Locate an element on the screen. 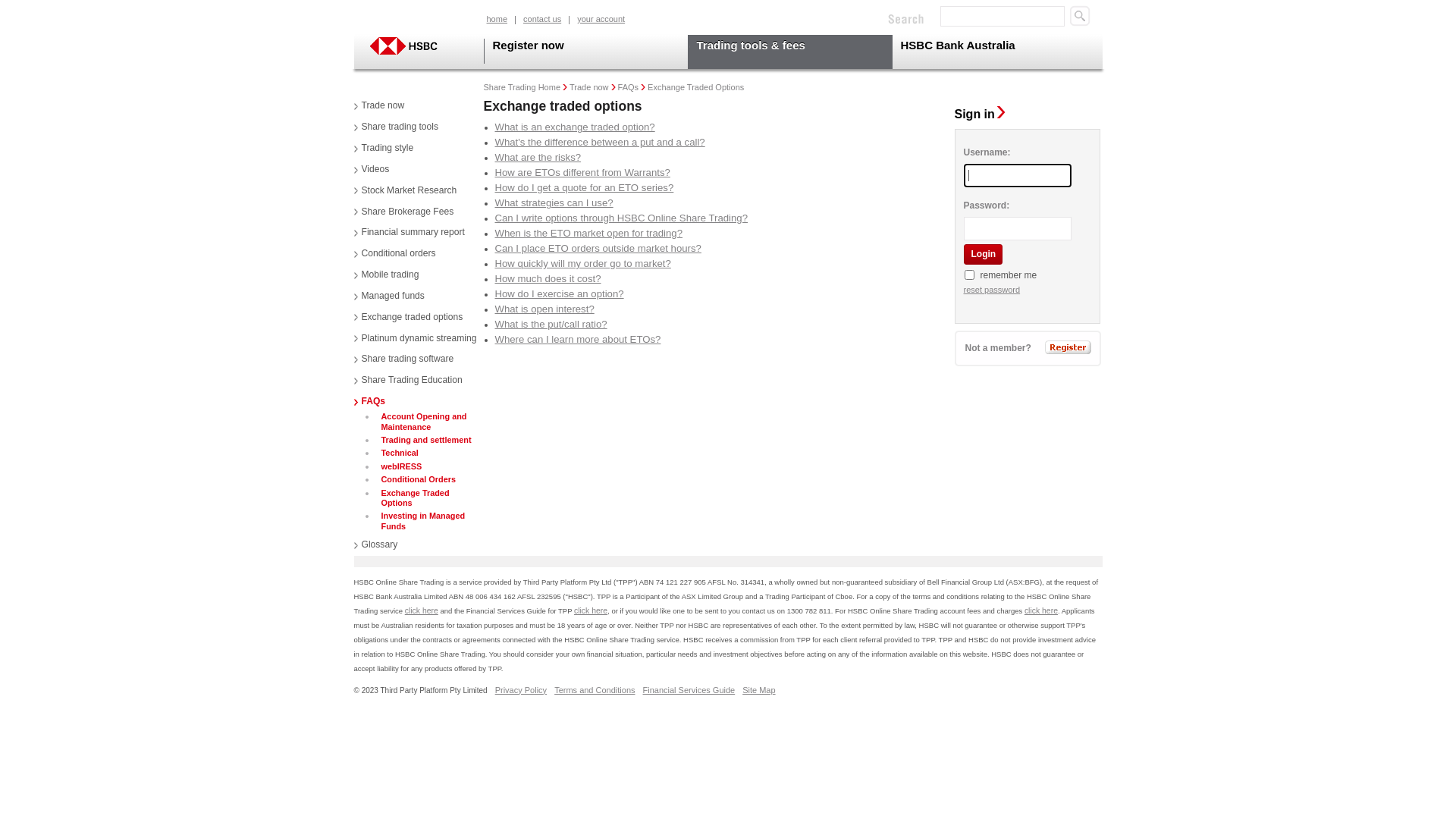 The height and width of the screenshot is (819, 1456). 'What strategies can I use?' is located at coordinates (552, 202).